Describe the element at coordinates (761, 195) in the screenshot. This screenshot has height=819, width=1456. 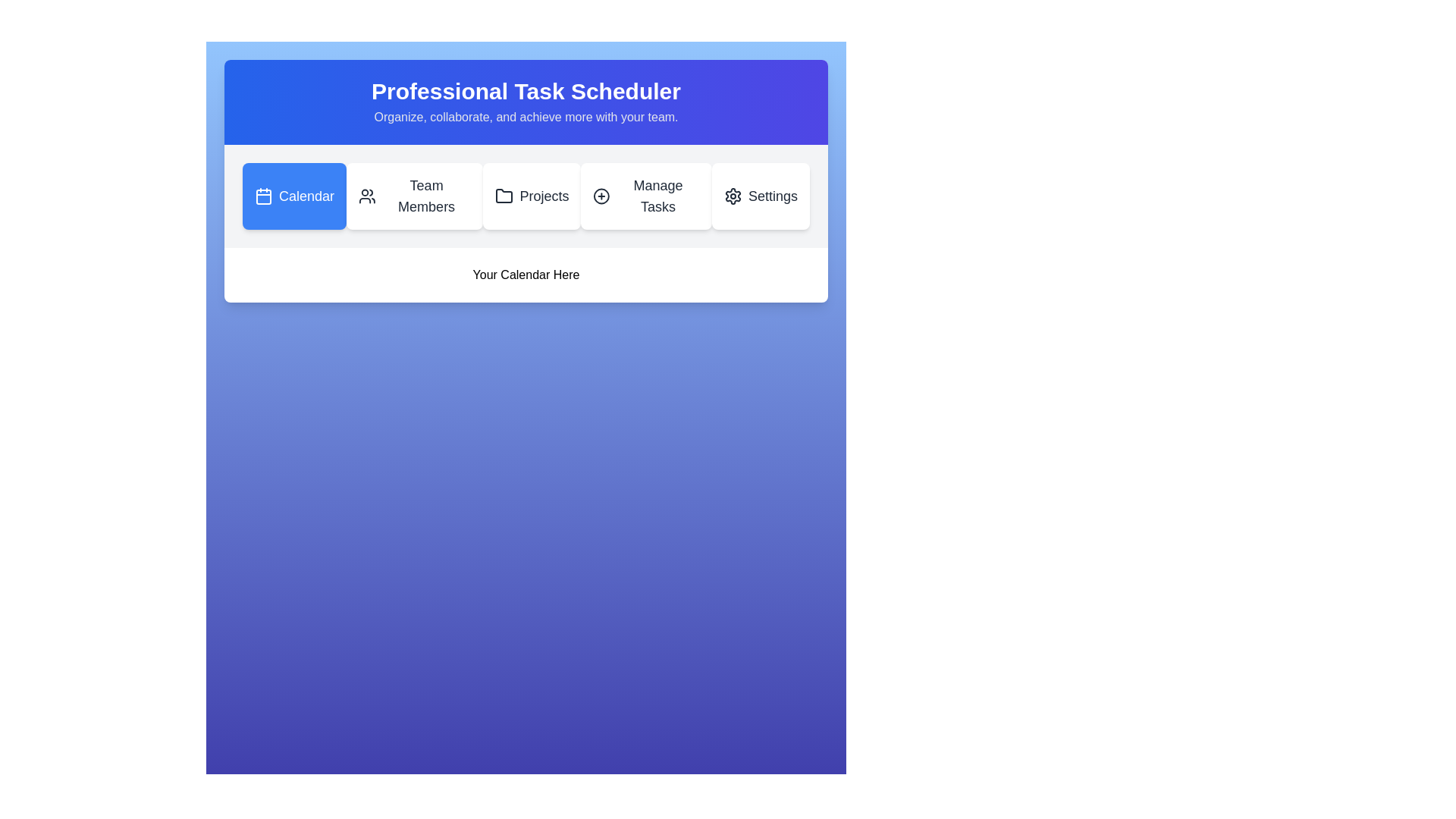
I see `the 'Settings' navigation button to redirect to the settings page` at that location.